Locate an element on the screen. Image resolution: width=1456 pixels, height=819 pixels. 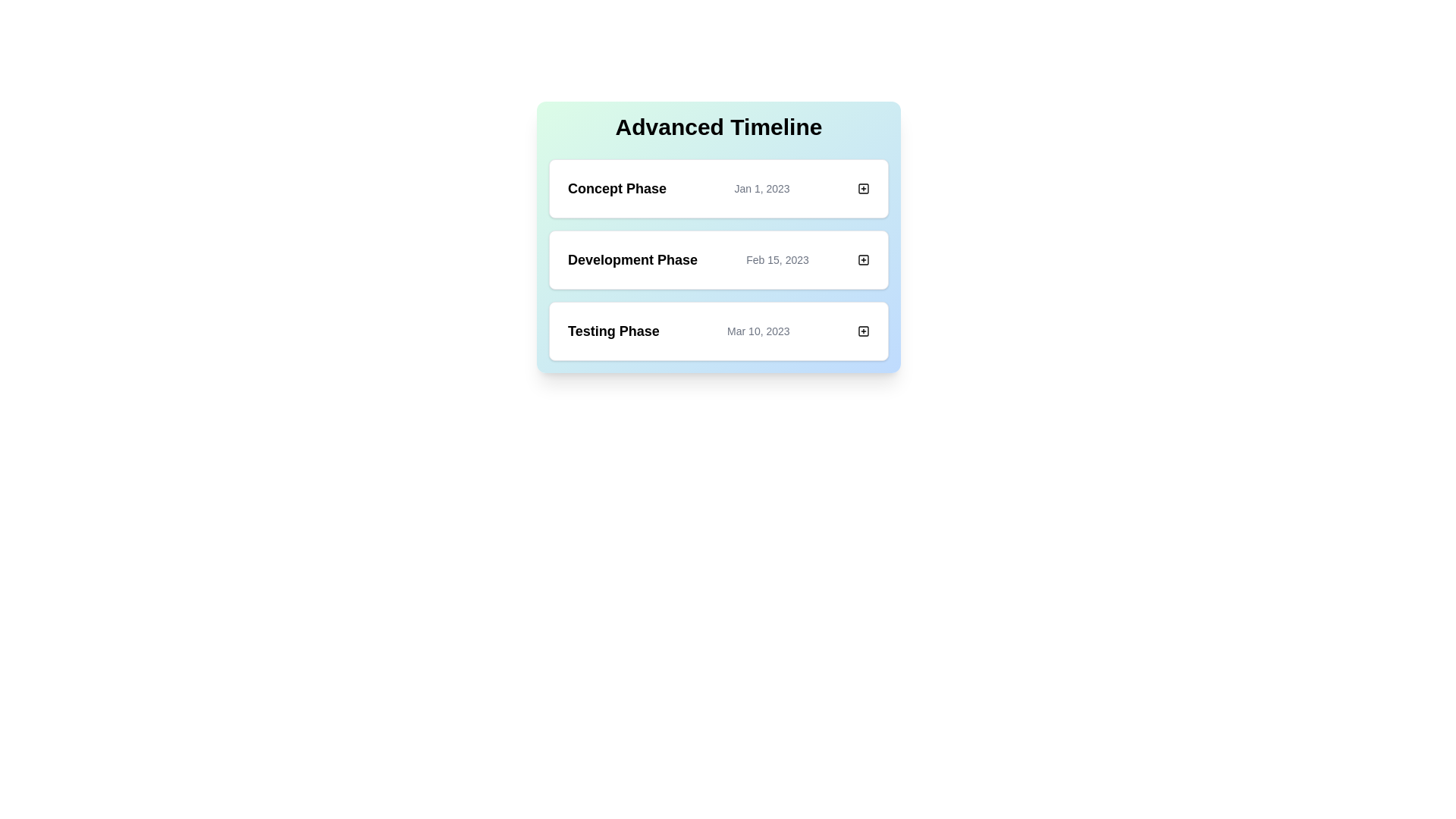
the title Text label located at the top-left section of the third card in a vertical list of three cards is located at coordinates (613, 330).